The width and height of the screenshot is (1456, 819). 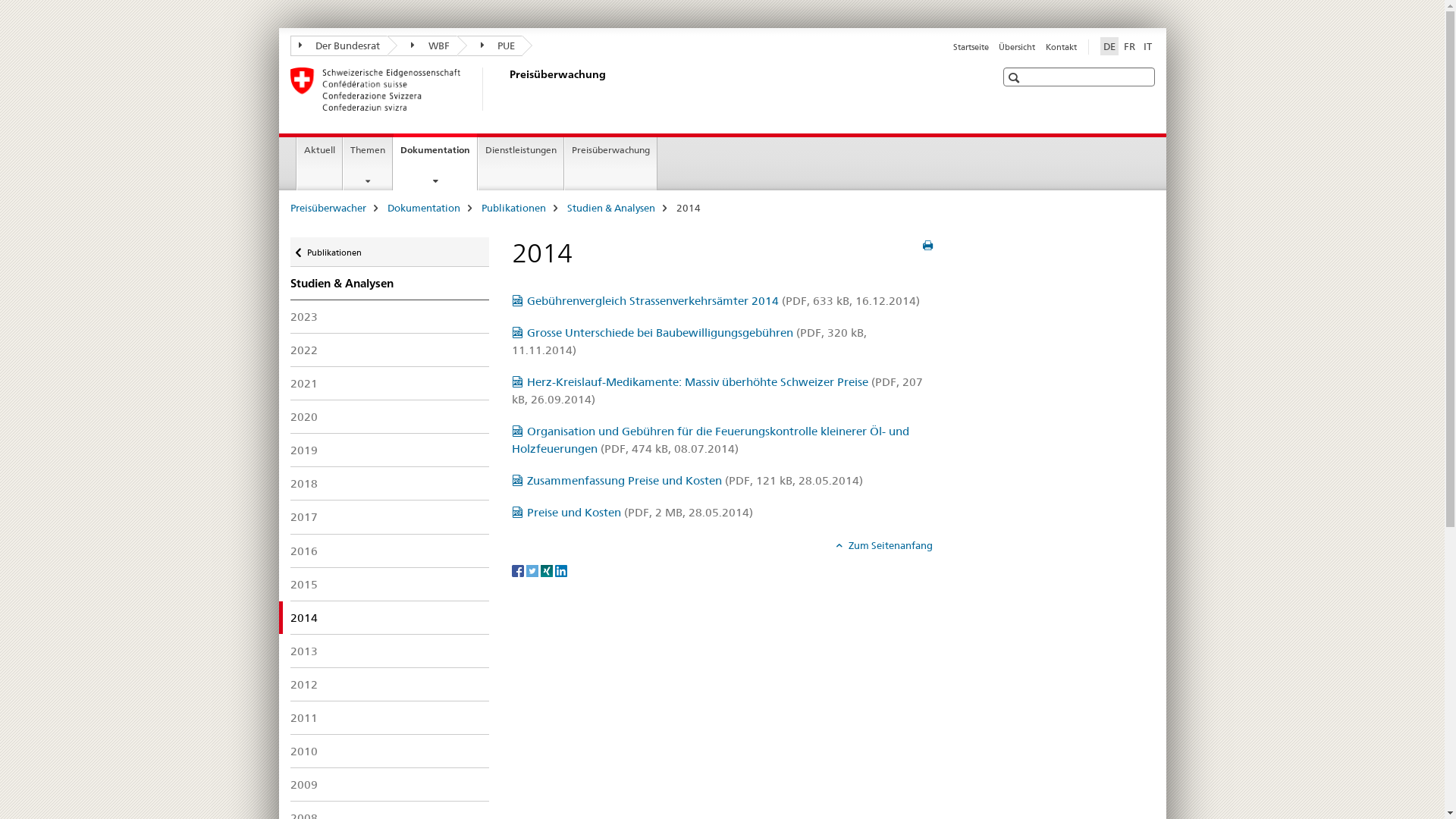 What do you see at coordinates (435, 162) in the screenshot?
I see `'Dokumentation` at bounding box center [435, 162].